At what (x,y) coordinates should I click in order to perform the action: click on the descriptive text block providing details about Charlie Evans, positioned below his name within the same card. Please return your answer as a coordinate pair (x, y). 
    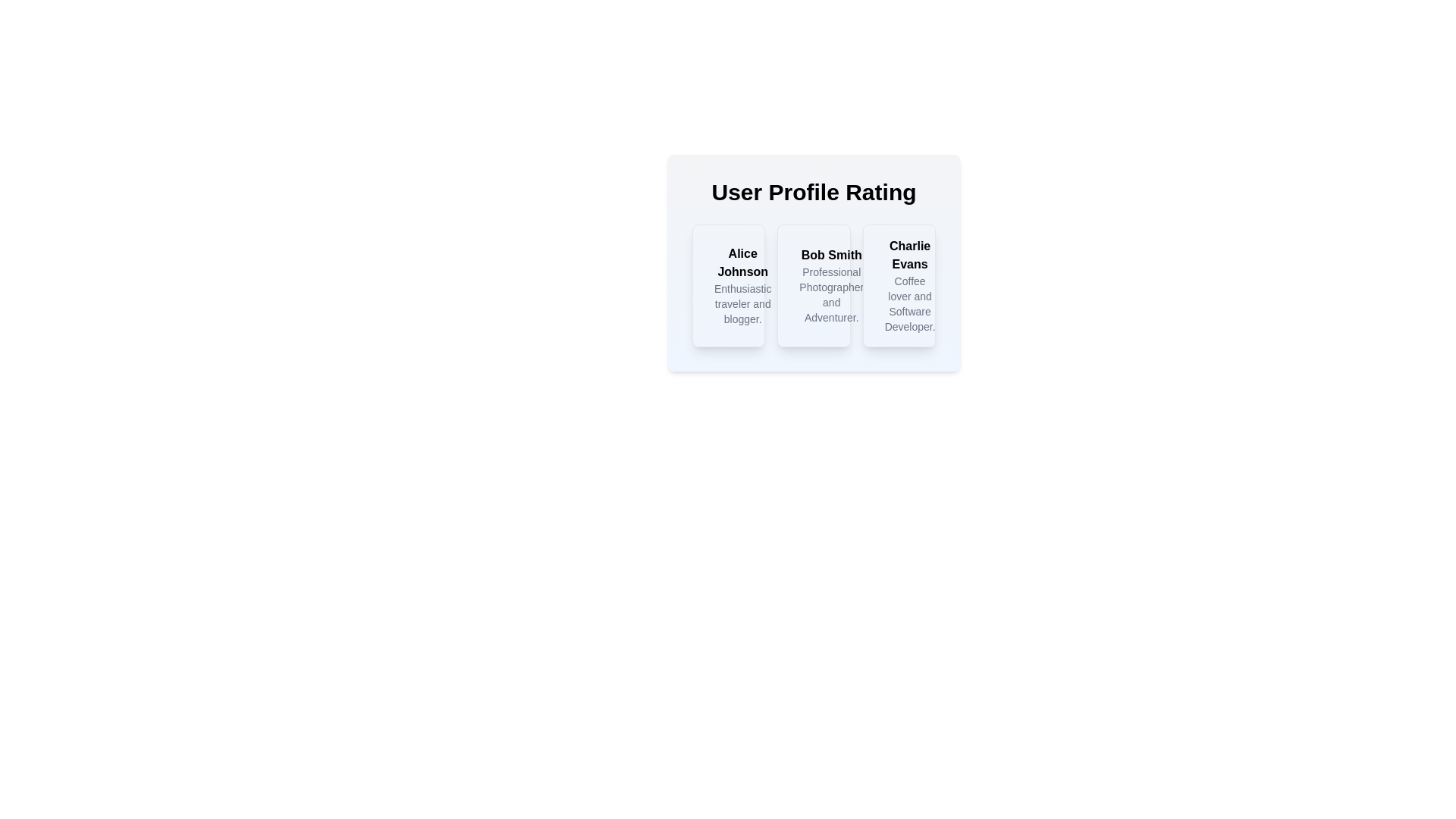
    Looking at the image, I should click on (910, 304).